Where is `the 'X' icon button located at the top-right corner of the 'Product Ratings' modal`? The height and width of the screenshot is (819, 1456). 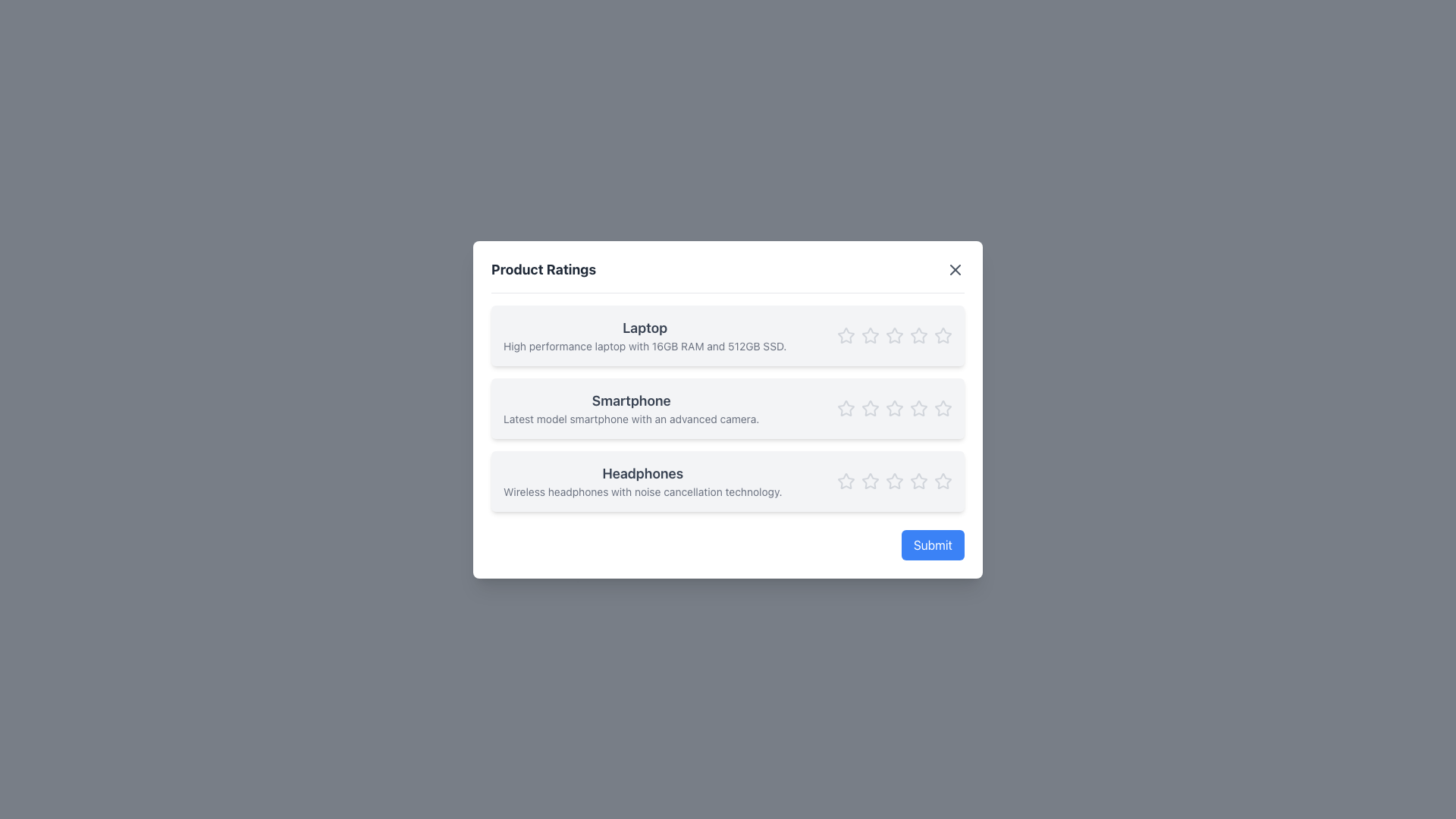
the 'X' icon button located at the top-right corner of the 'Product Ratings' modal is located at coordinates (954, 268).